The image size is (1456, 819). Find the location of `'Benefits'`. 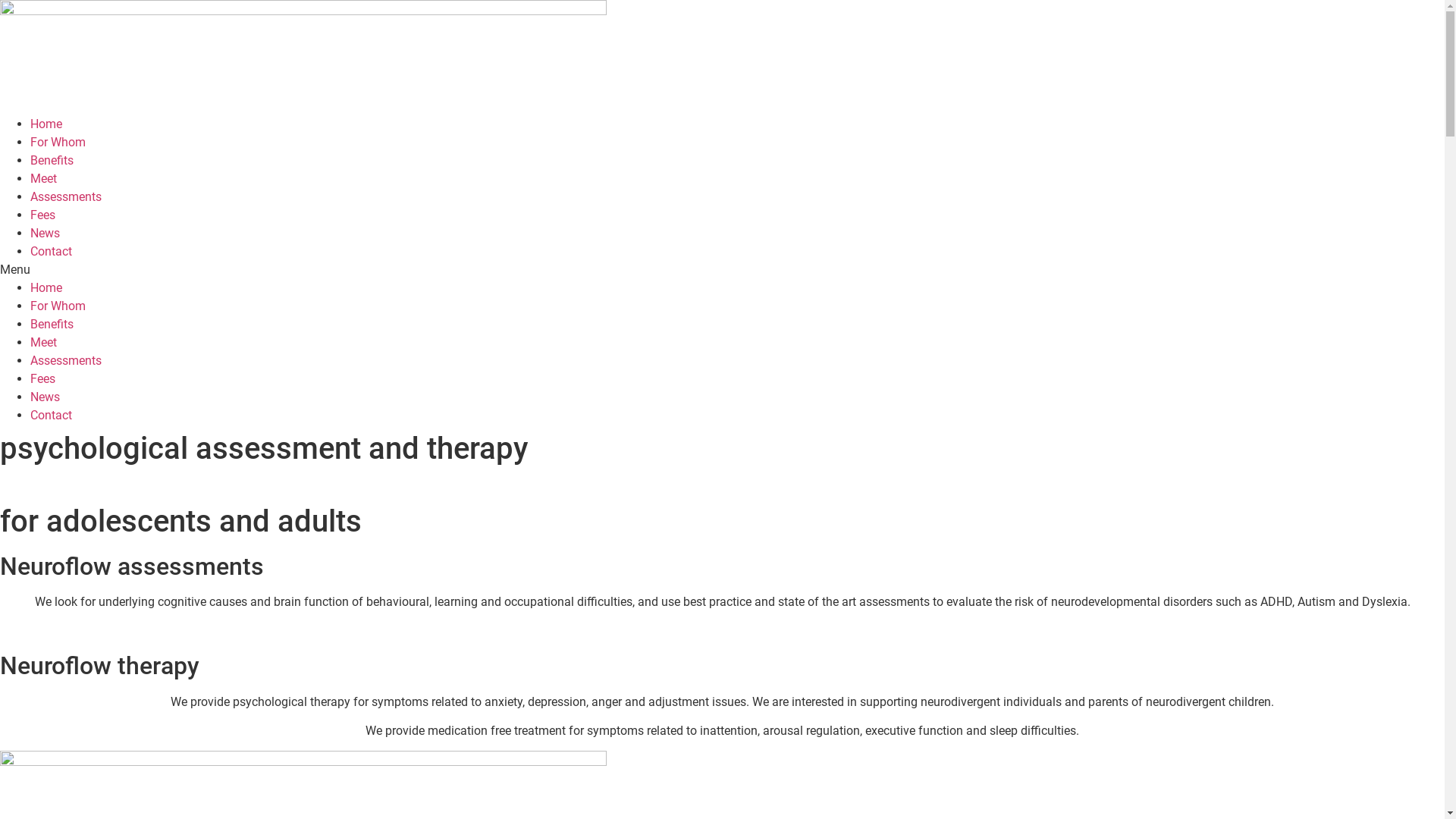

'Benefits' is located at coordinates (52, 160).